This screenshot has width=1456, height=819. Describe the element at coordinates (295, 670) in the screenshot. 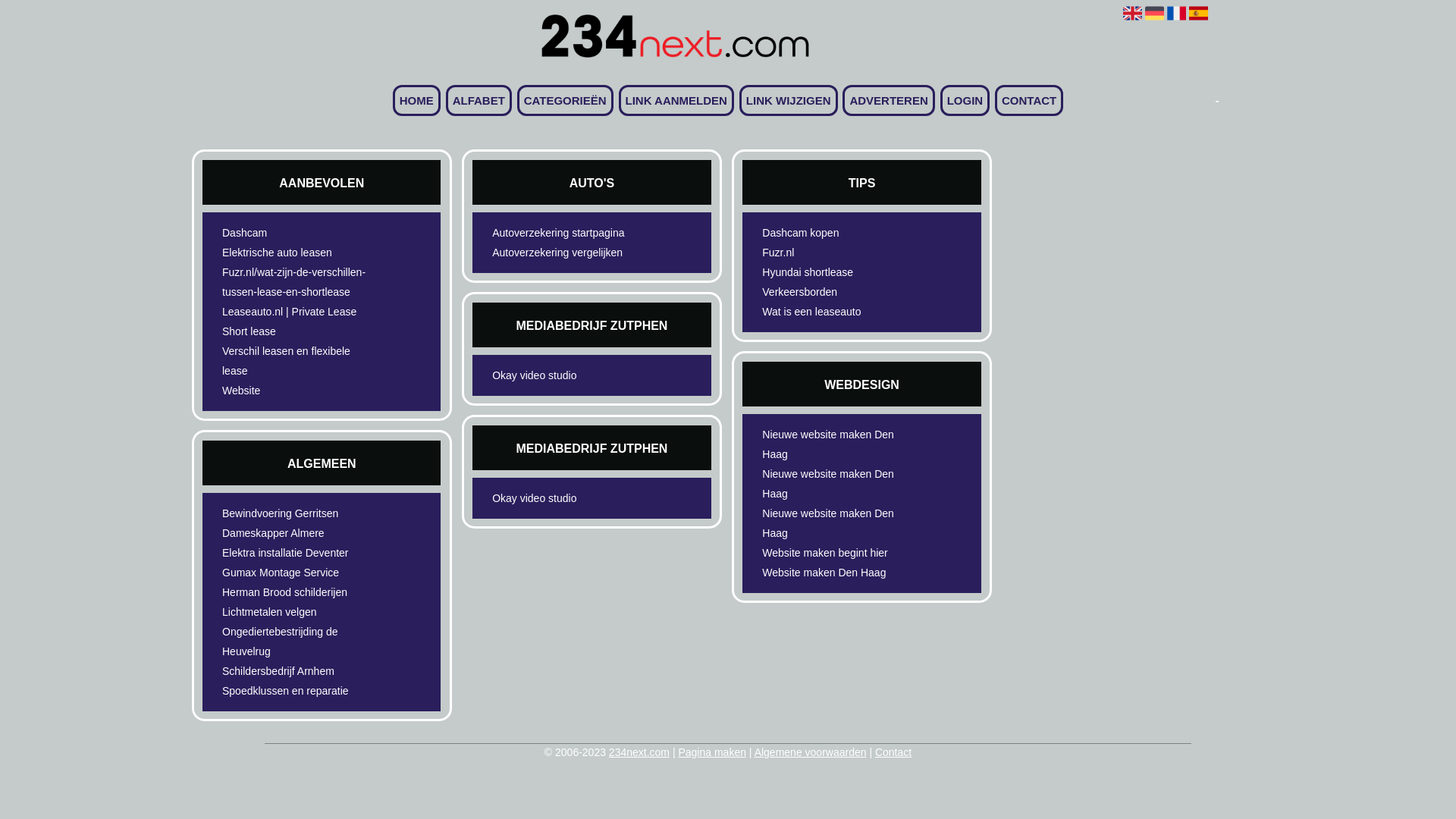

I see `'Schildersbedrijf Arnhem'` at that location.